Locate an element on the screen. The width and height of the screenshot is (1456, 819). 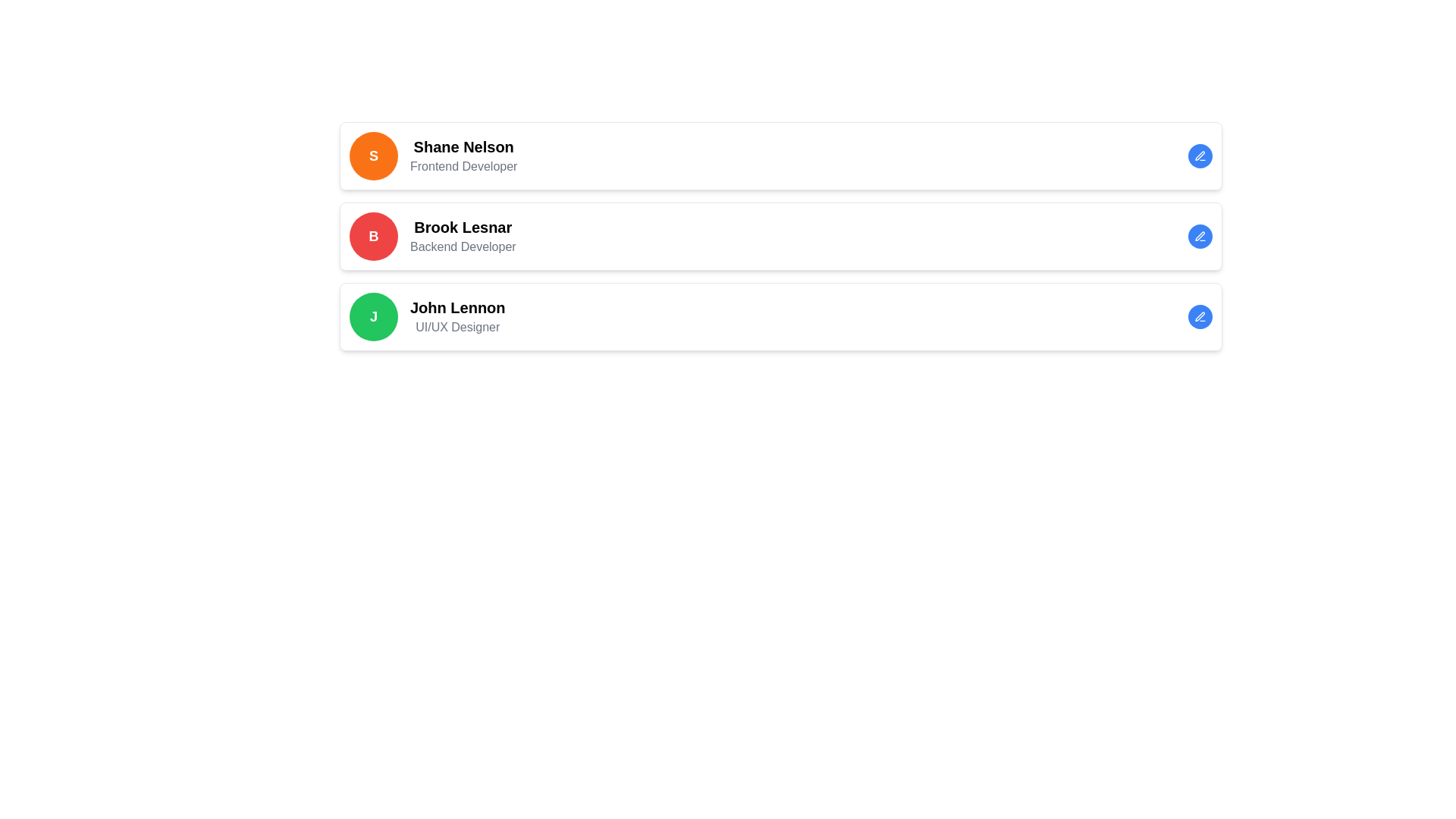
the edit icon located at the right end of the row associated with 'John Lennon', the third item in the list, to understand its symbolic meaning is located at coordinates (1200, 237).